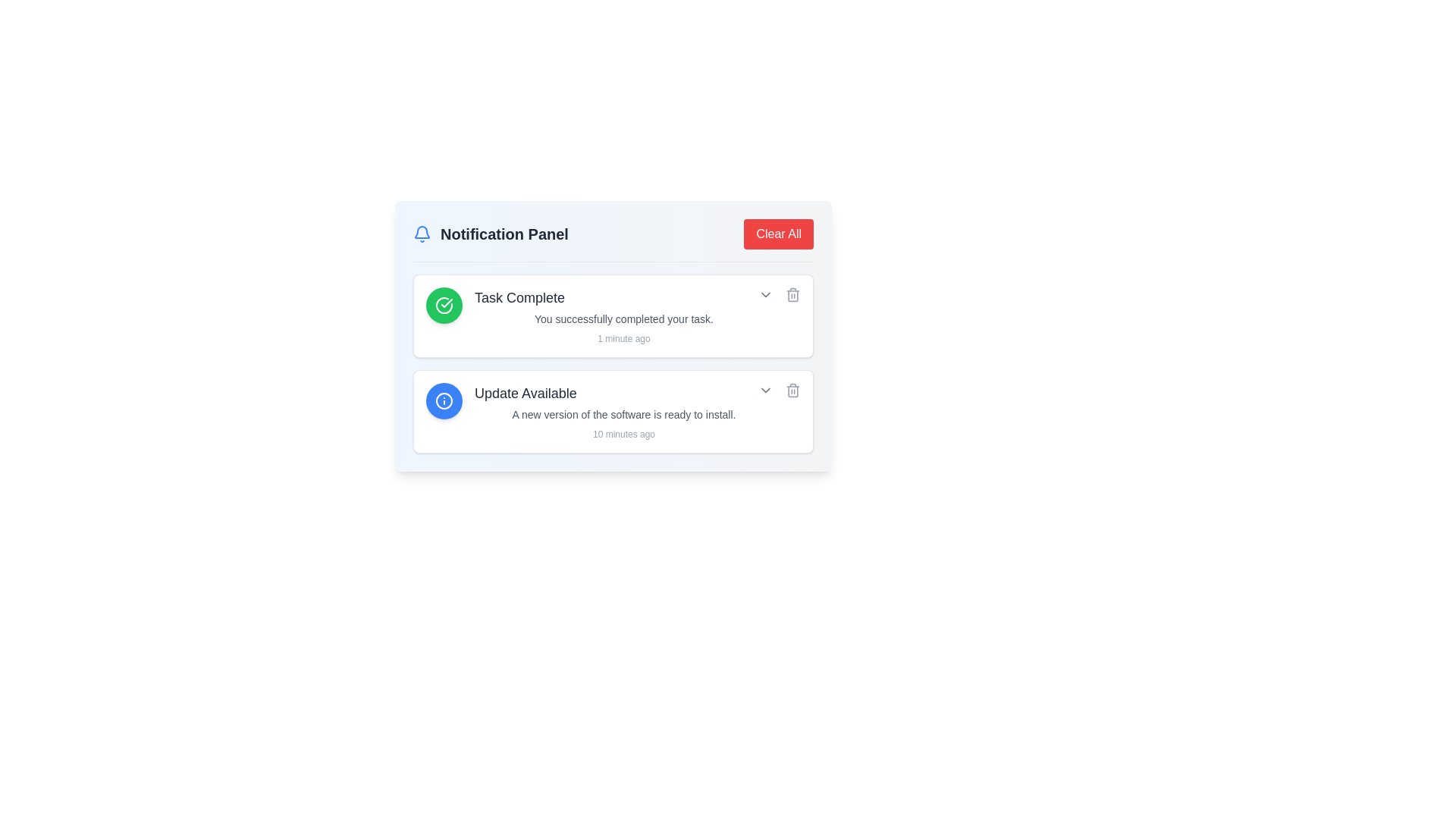  I want to click on the text element that states 'A new version of the software is ready to install.' which is styled in gray and positioned below the 'Update Available' header, so click(623, 415).